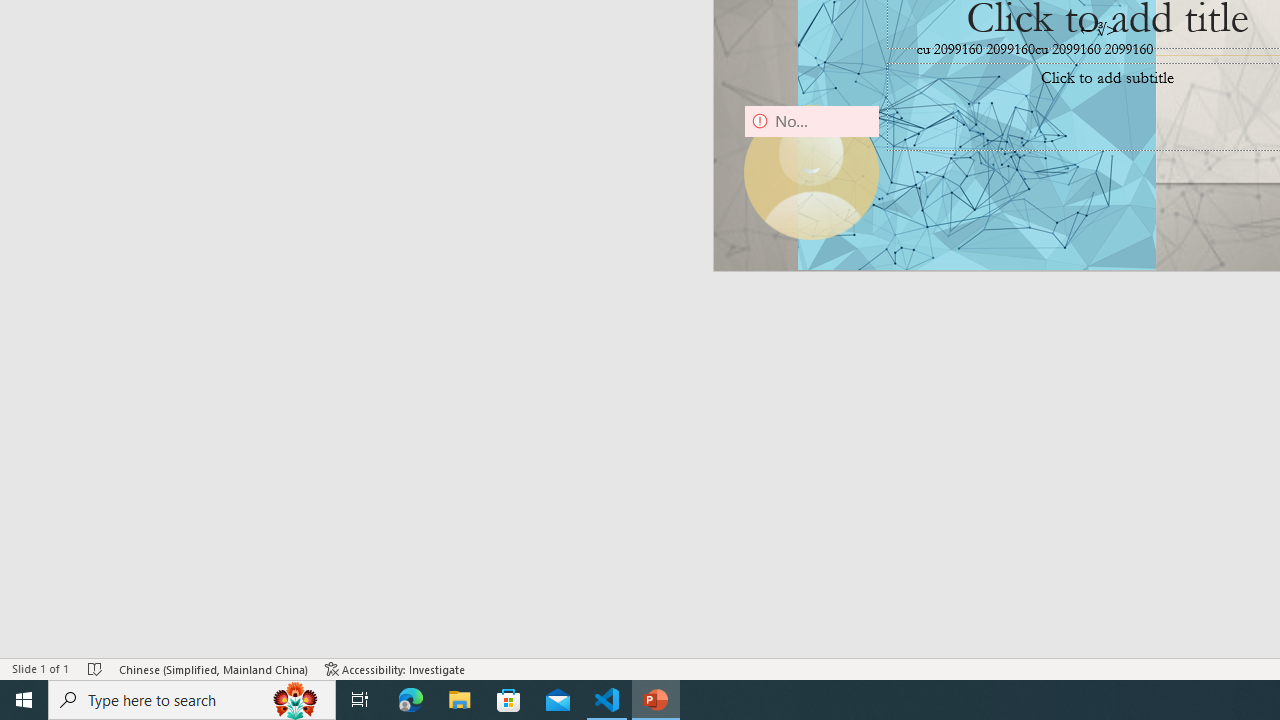  What do you see at coordinates (1098, 30) in the screenshot?
I see `'TextBox 7'` at bounding box center [1098, 30].